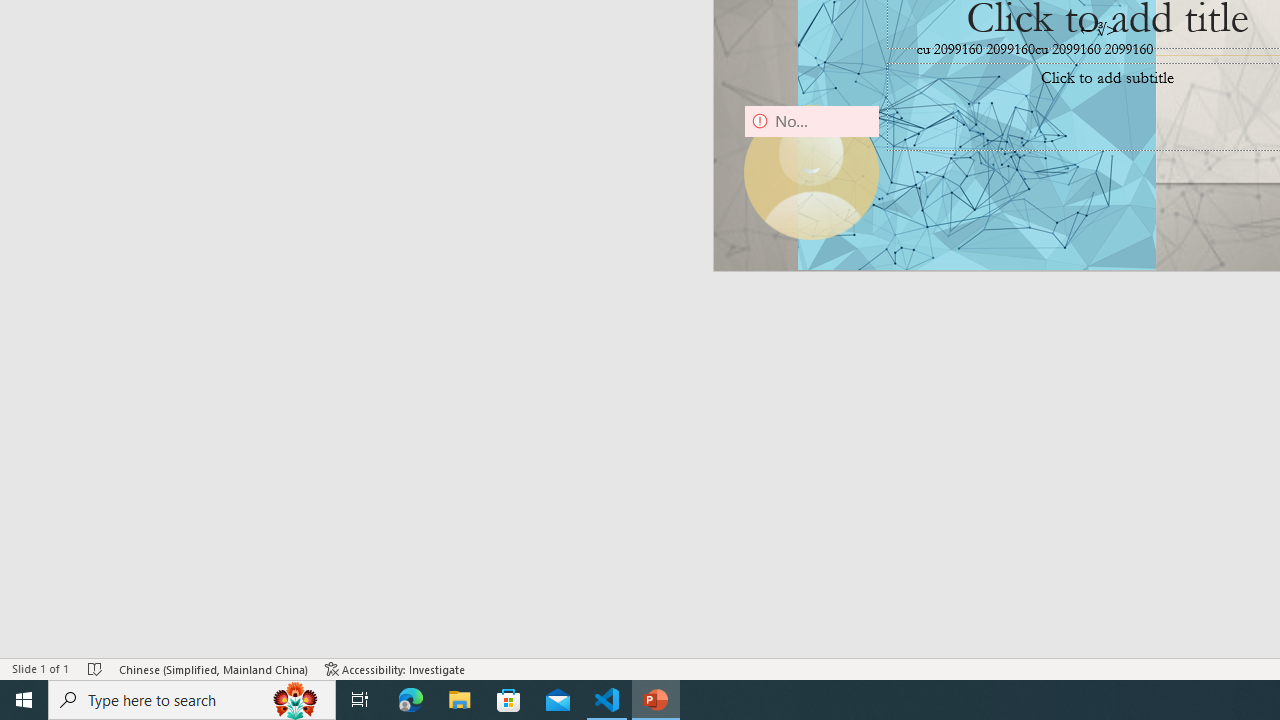  What do you see at coordinates (1098, 30) in the screenshot?
I see `'TextBox 7'` at bounding box center [1098, 30].